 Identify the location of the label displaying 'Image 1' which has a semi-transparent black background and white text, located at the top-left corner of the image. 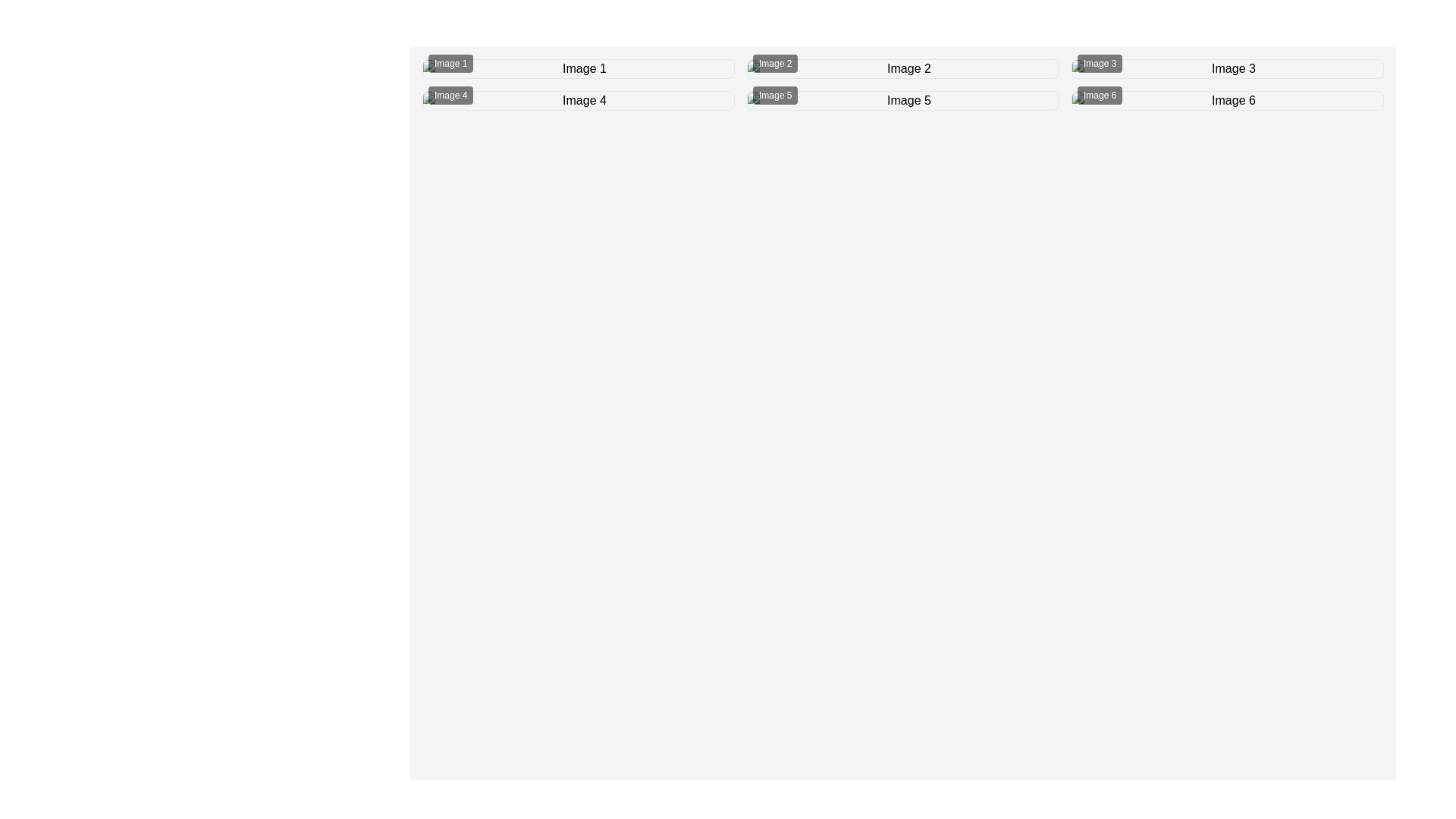
(450, 63).